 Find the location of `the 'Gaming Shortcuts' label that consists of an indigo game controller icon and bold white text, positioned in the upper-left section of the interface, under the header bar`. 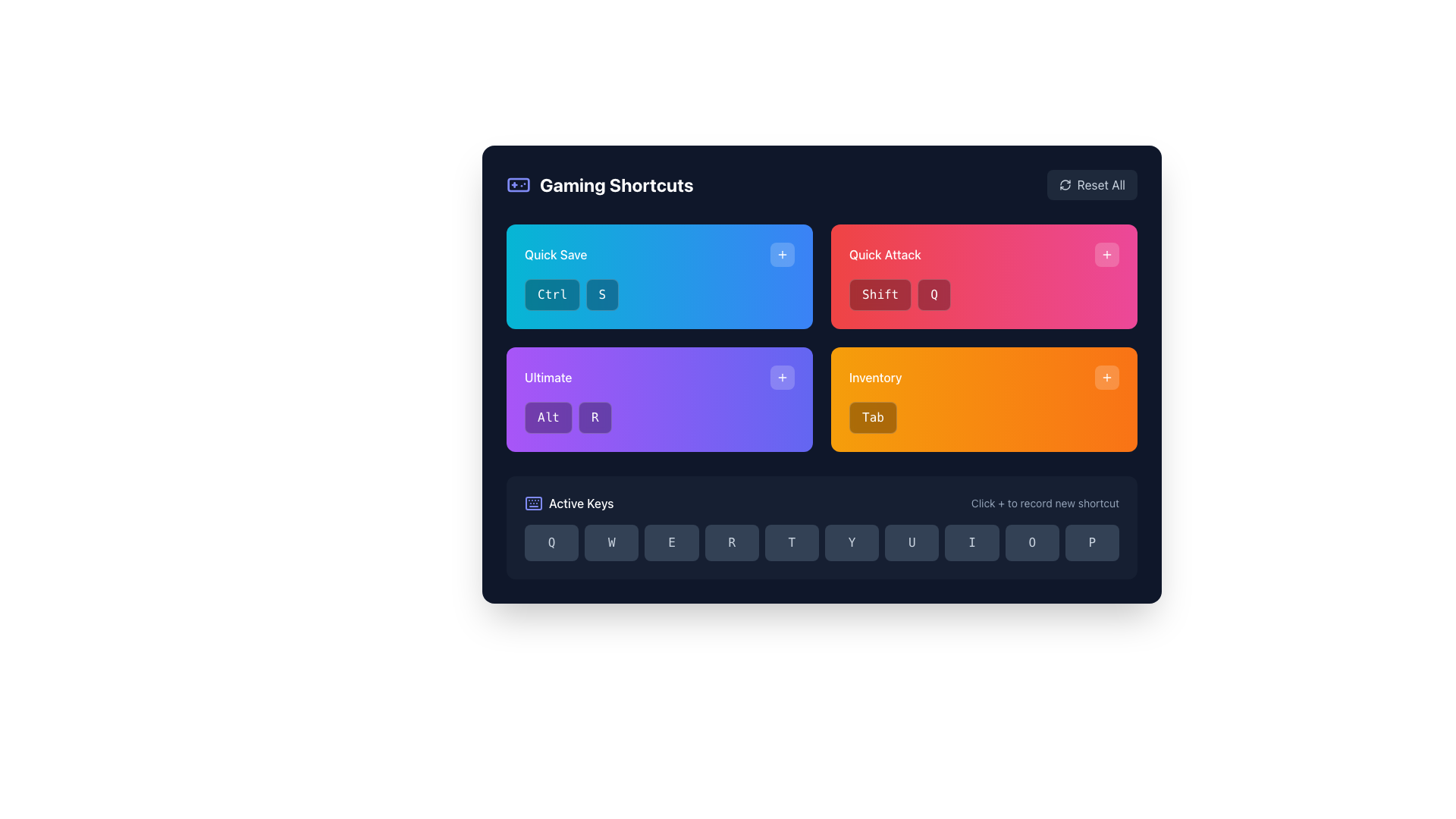

the 'Gaming Shortcuts' label that consists of an indigo game controller icon and bold white text, positioned in the upper-left section of the interface, under the header bar is located at coordinates (599, 184).